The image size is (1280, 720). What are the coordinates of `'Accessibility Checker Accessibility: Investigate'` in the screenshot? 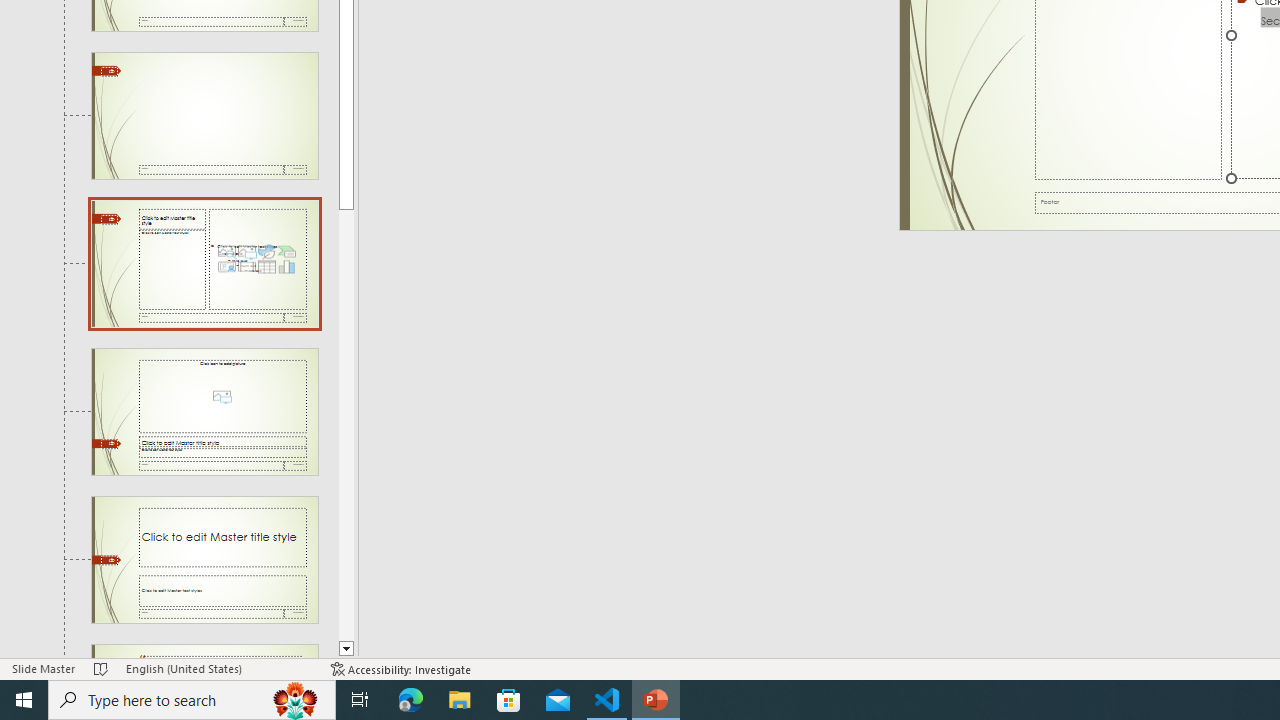 It's located at (400, 669).